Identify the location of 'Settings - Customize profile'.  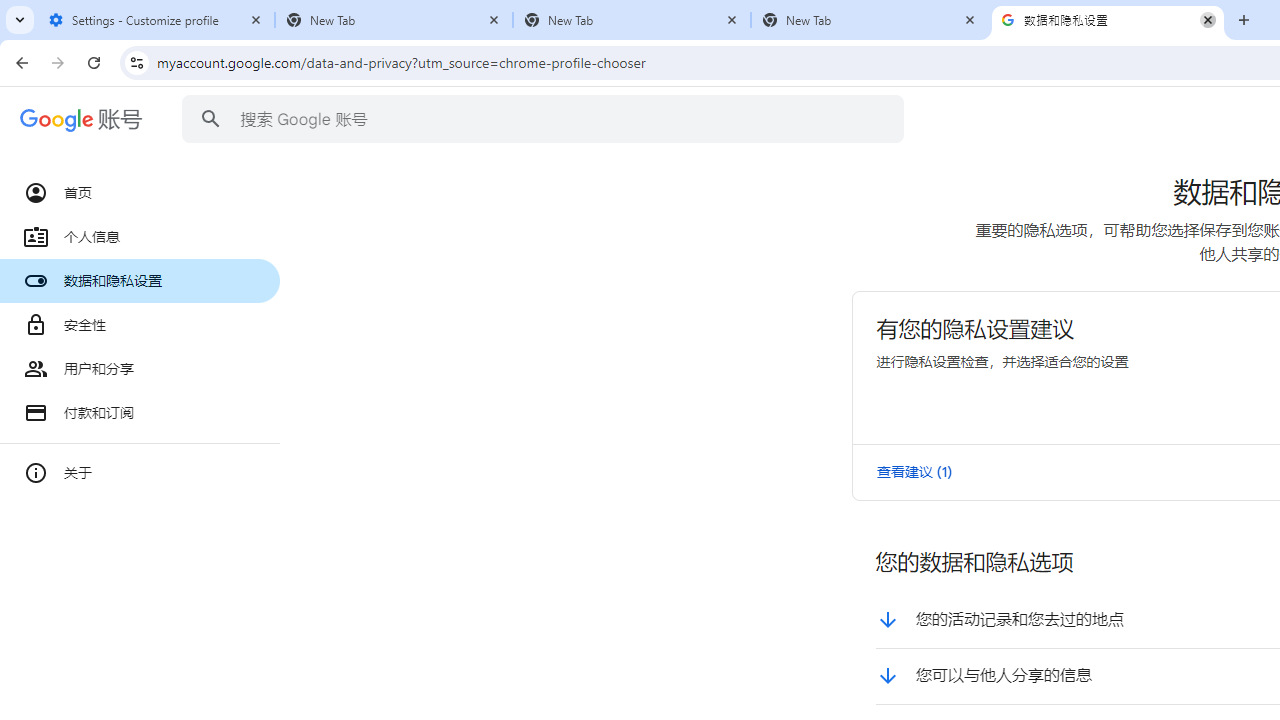
(155, 20).